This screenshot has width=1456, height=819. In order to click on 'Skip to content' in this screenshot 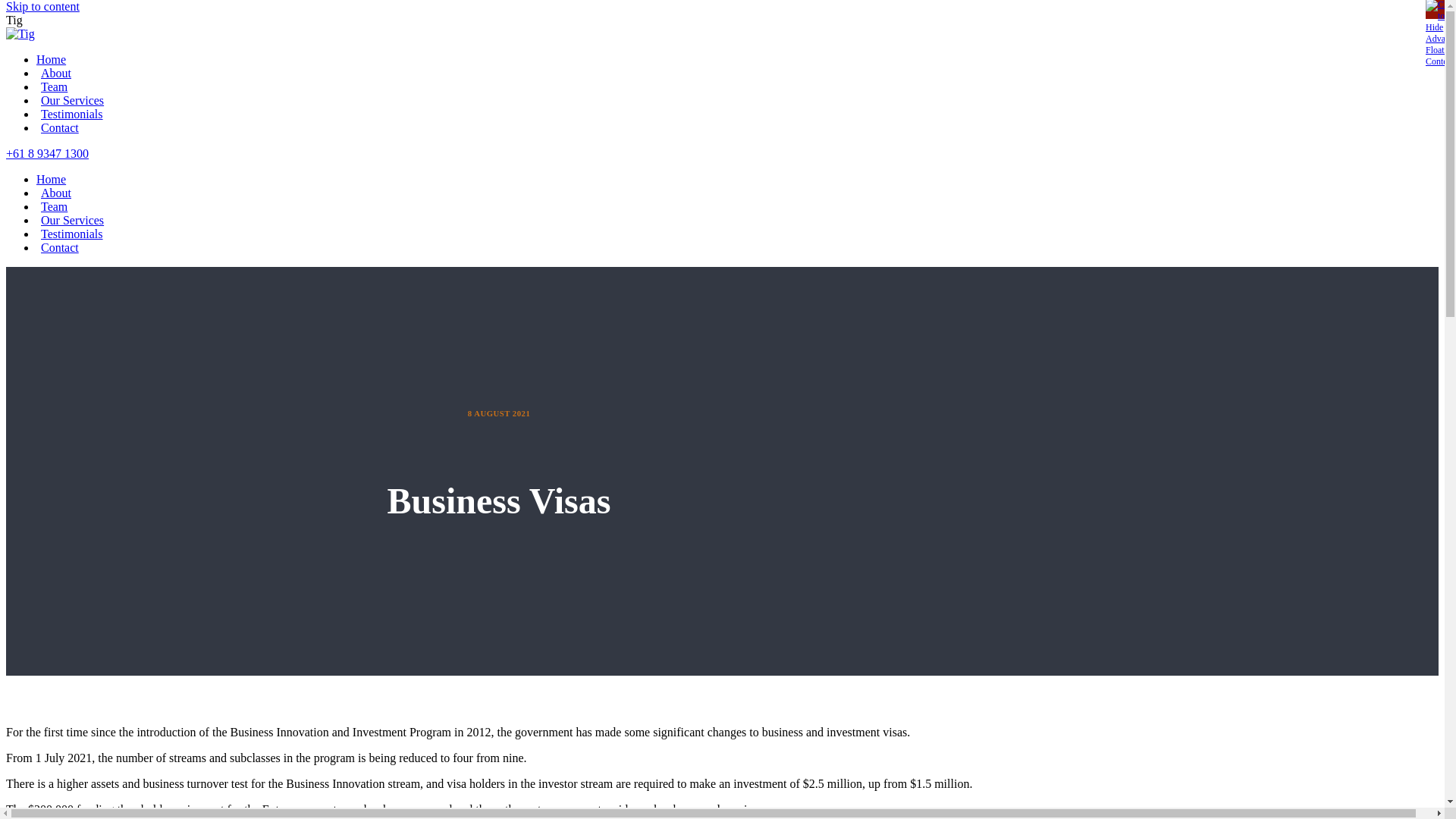, I will do `click(42, 6)`.